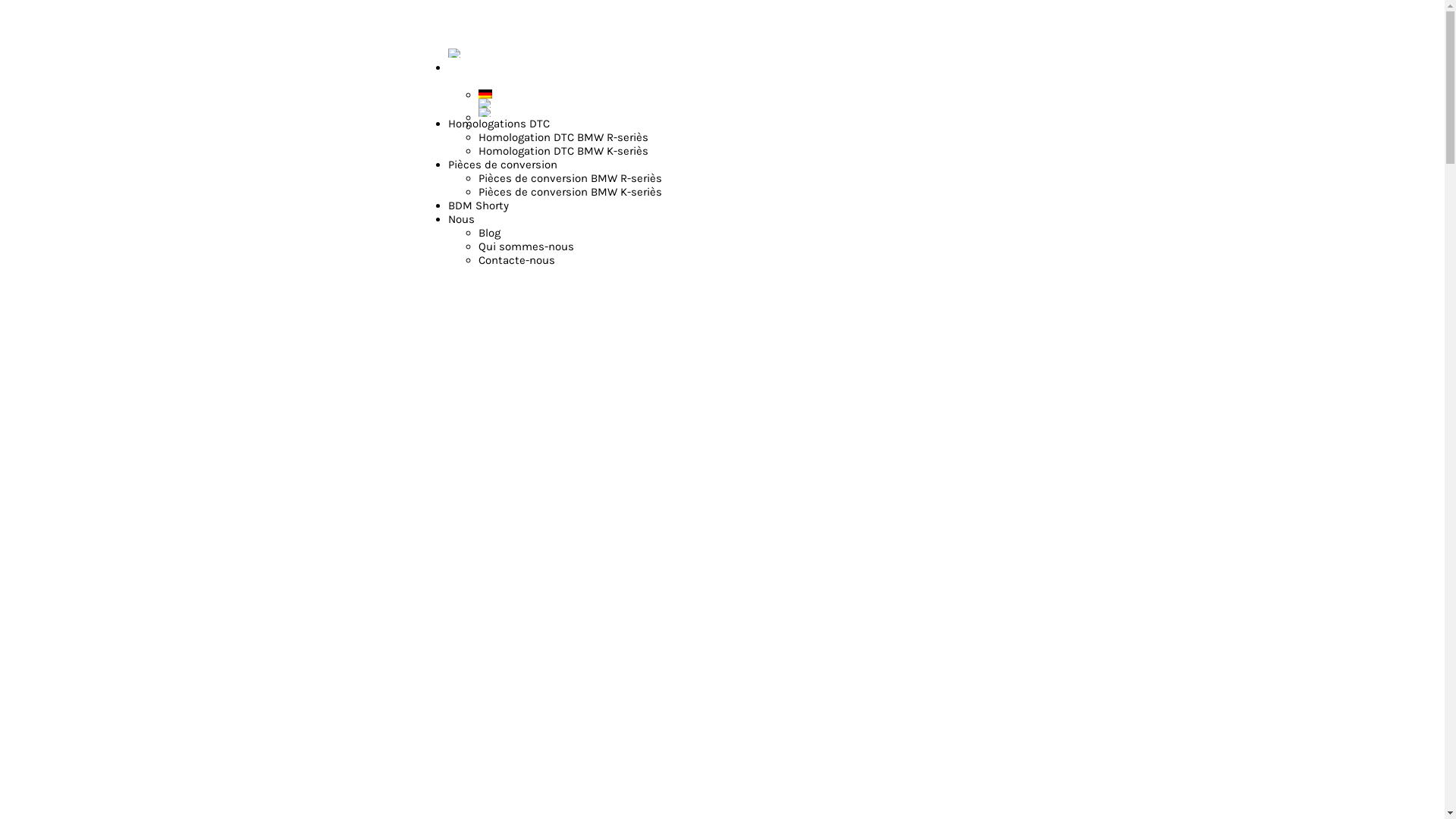 The image size is (1456, 819). What do you see at coordinates (516, 259) in the screenshot?
I see `'Contacte-nous'` at bounding box center [516, 259].